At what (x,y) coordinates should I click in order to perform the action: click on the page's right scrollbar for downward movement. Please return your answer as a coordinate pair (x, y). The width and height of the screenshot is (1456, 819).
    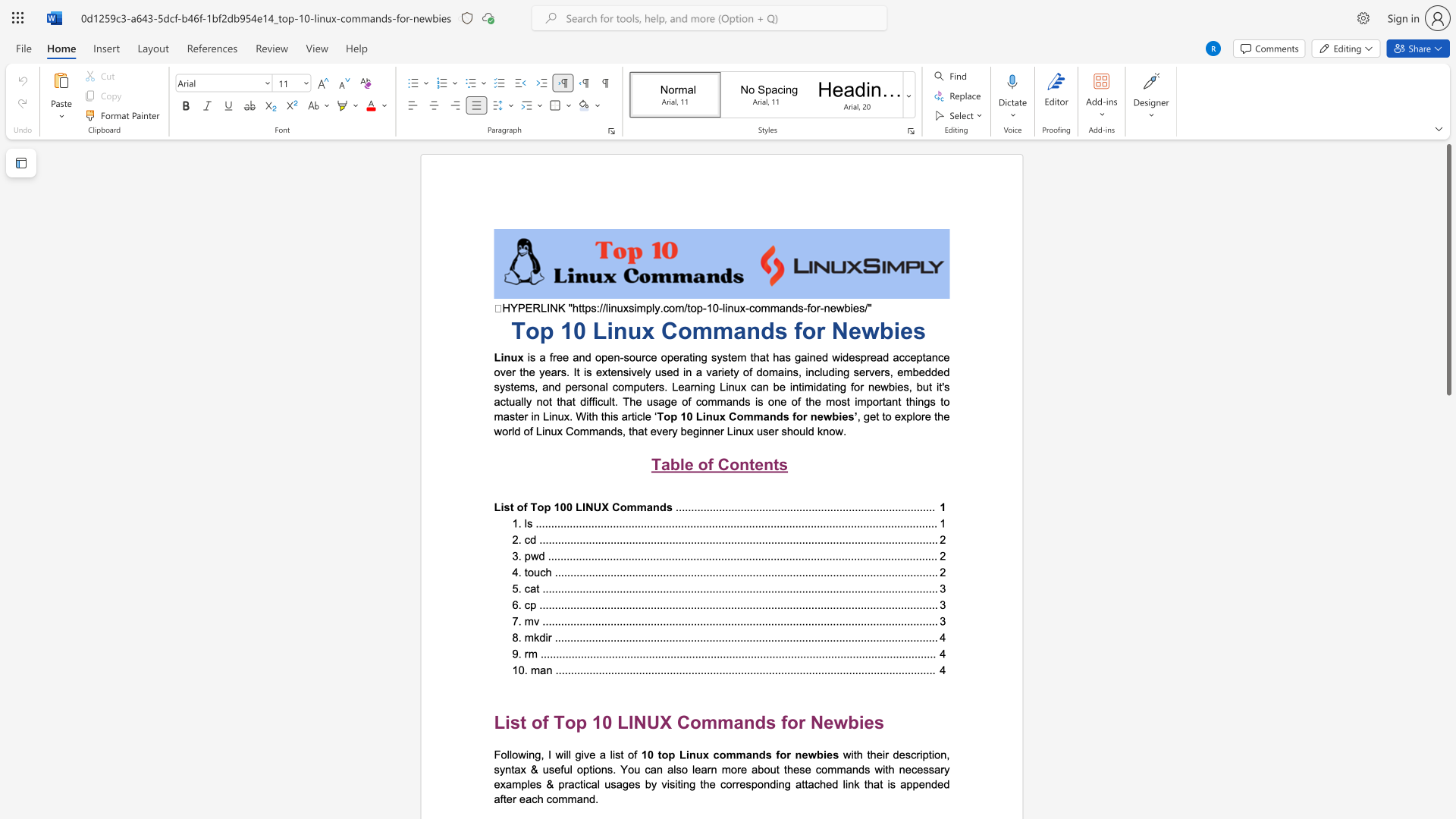
    Looking at the image, I should click on (1448, 546).